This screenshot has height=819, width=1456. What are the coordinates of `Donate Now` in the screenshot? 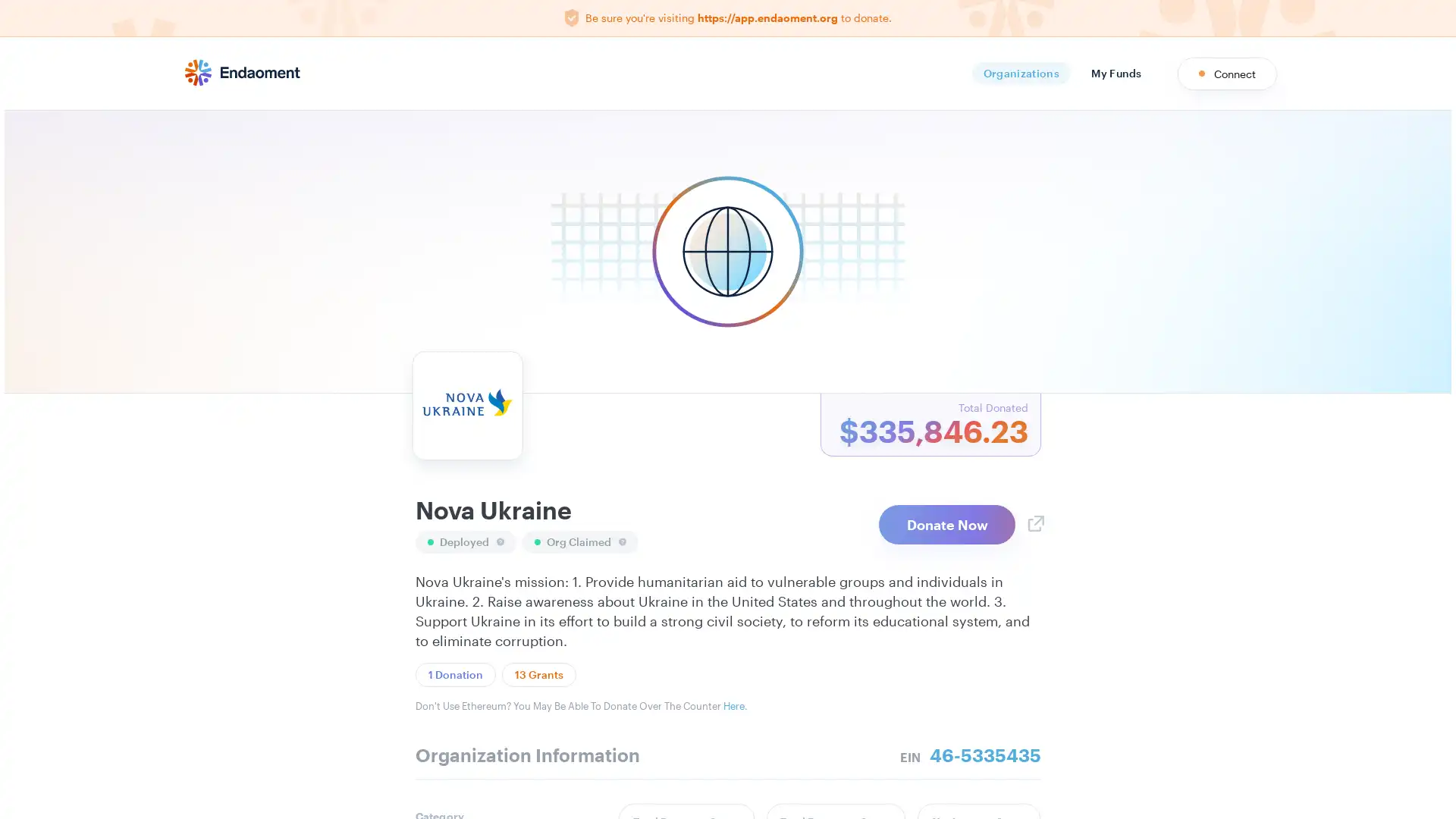 It's located at (946, 523).